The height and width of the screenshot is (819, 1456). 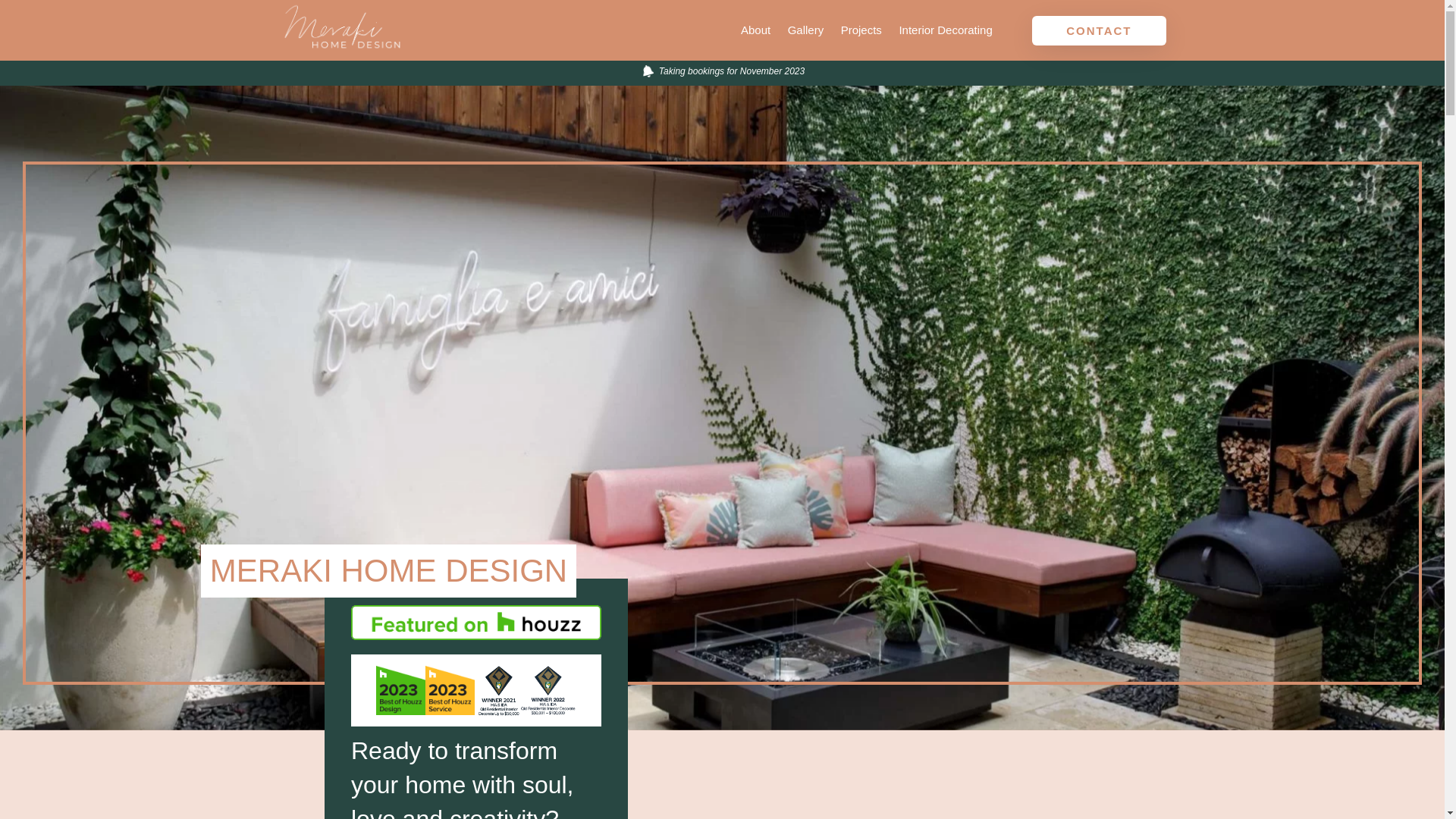 I want to click on 'Projects', so click(x=839, y=30).